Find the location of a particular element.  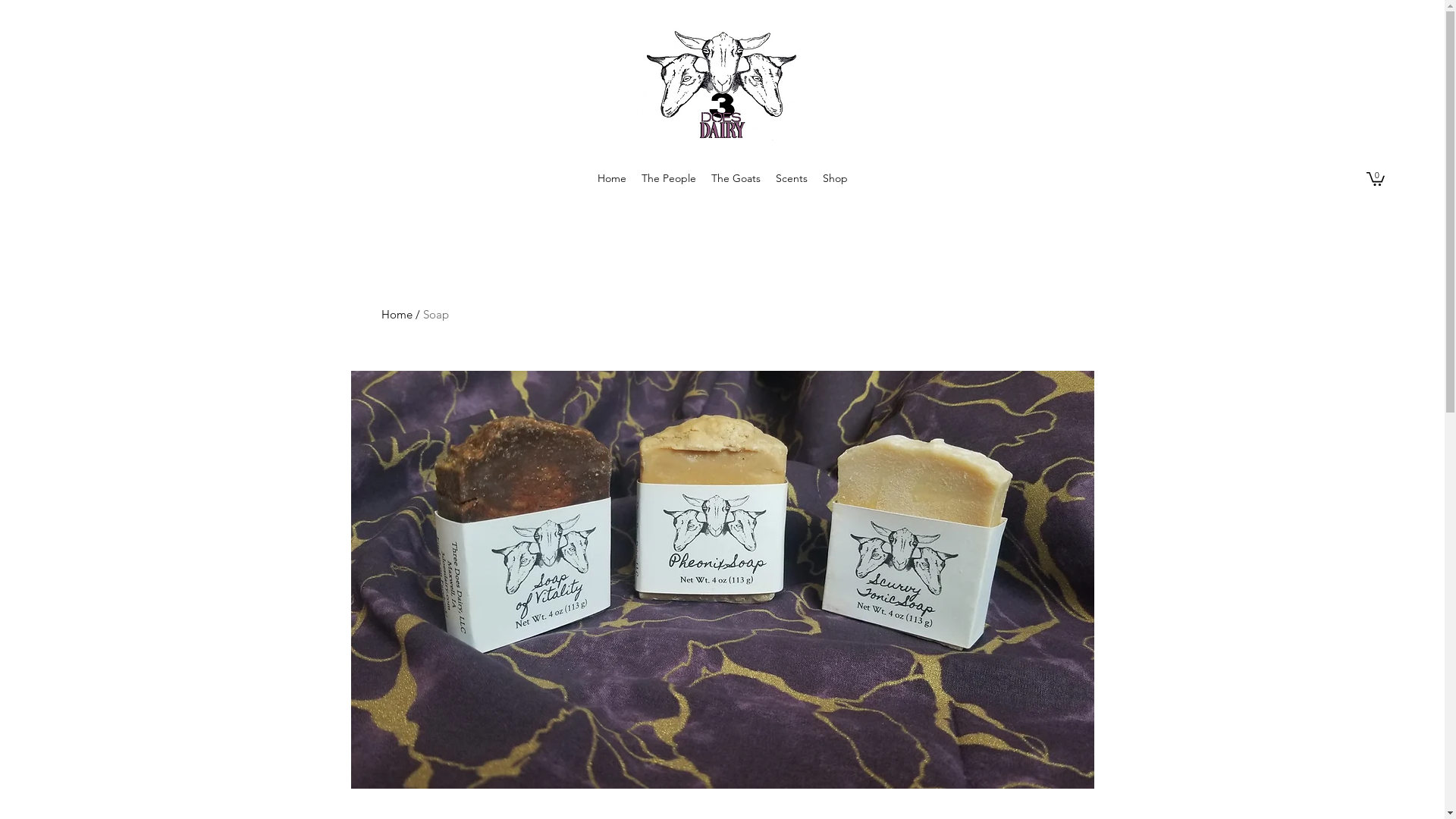

'The People' is located at coordinates (668, 177).